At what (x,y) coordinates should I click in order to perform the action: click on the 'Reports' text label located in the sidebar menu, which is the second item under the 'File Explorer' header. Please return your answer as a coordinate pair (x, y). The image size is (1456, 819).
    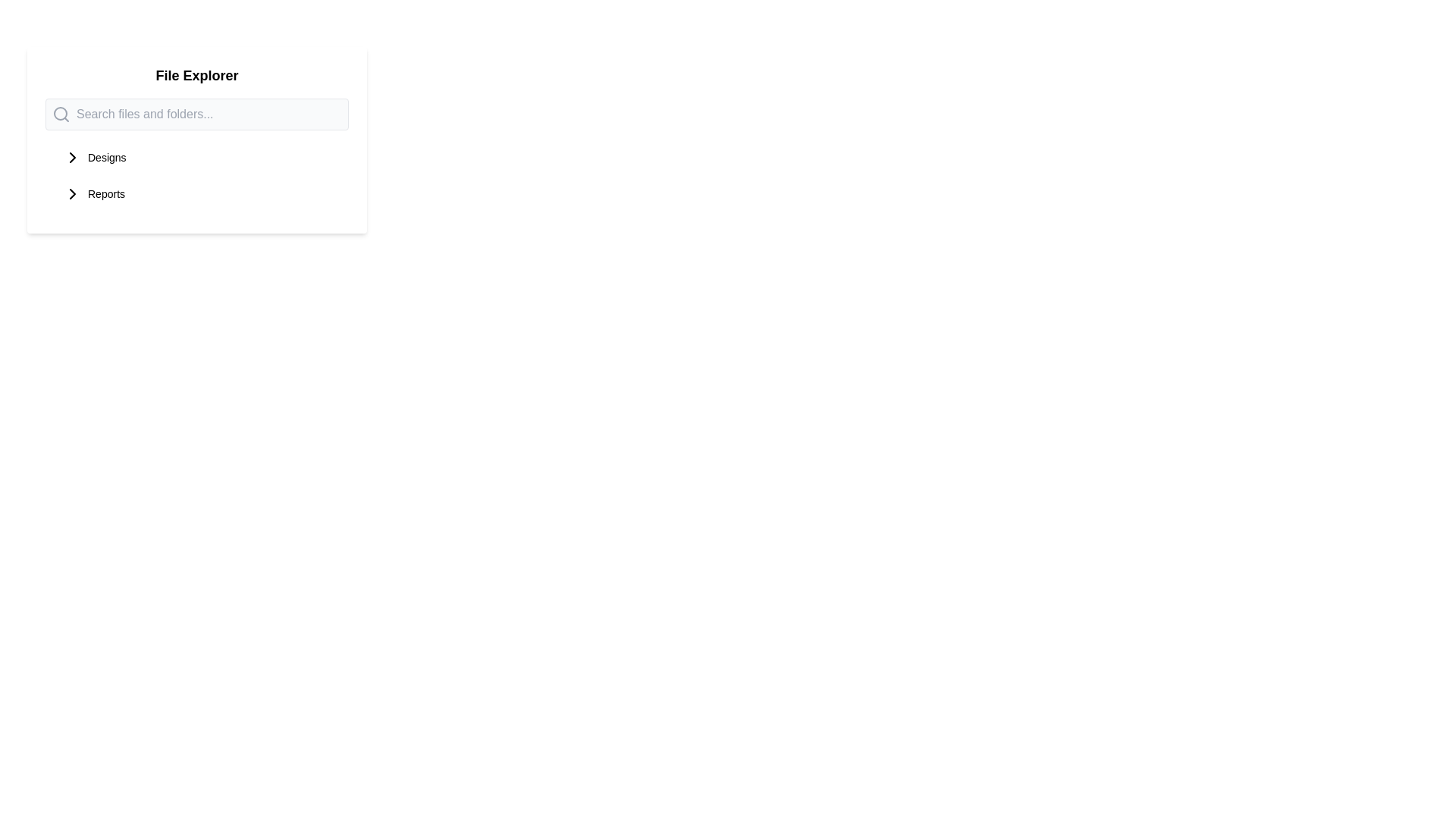
    Looking at the image, I should click on (105, 193).